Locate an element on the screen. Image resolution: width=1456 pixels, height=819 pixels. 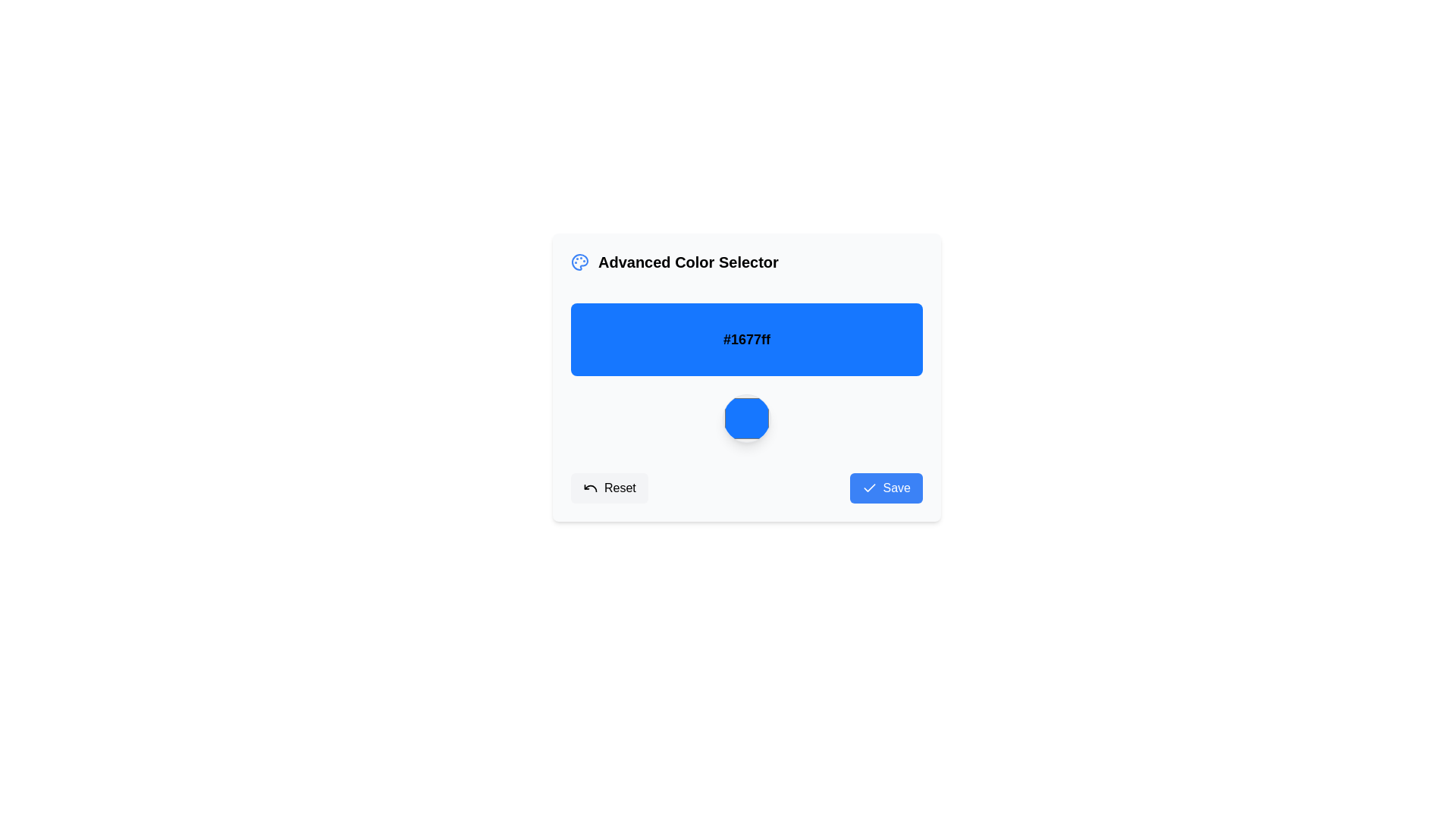
the 'Save' button which contains the checkmark icon styled with a rounded appearance, located at the bottom-right corner of the interface is located at coordinates (869, 488).